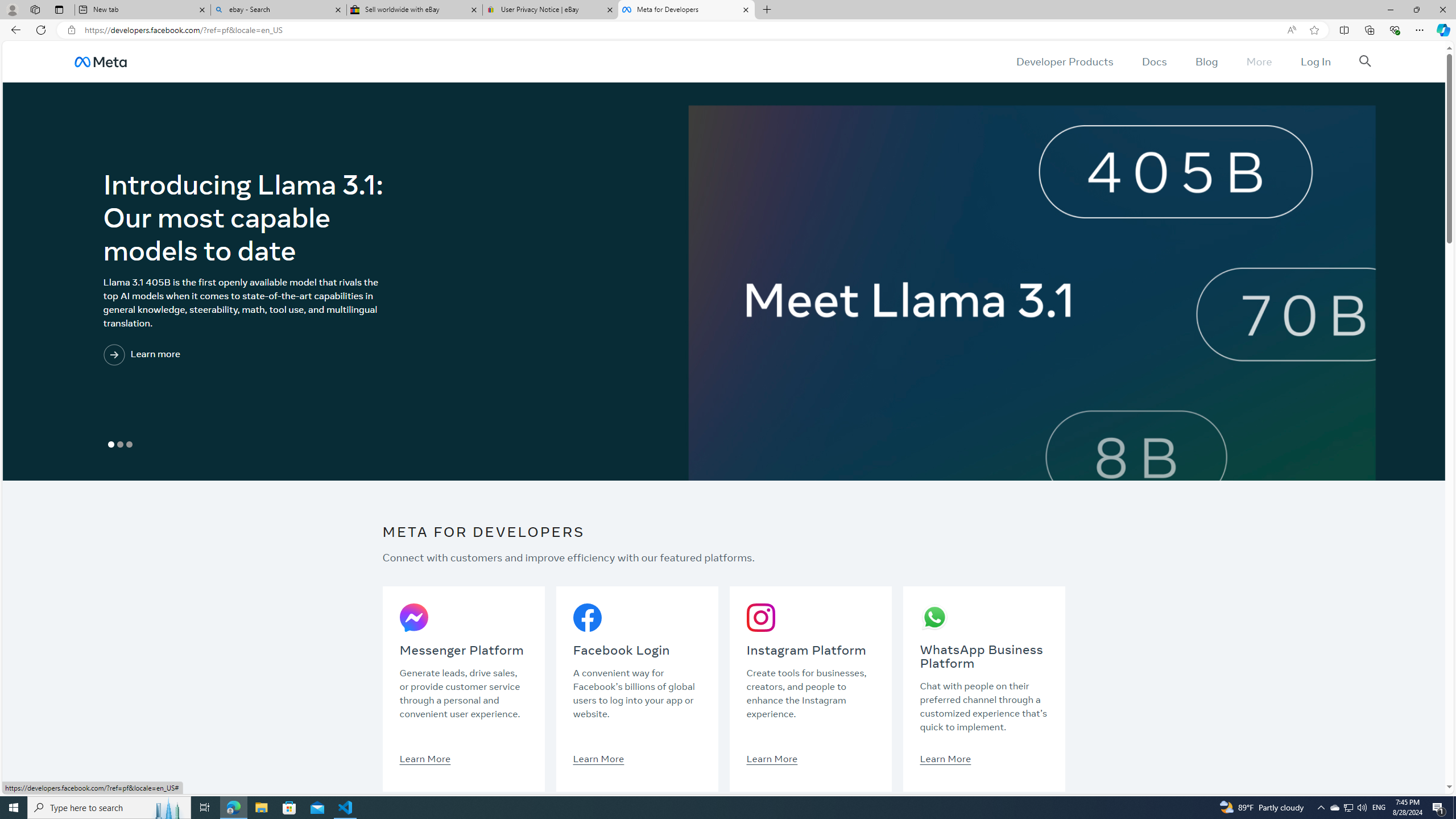 The image size is (1456, 819). What do you see at coordinates (1205, 61) in the screenshot?
I see `'Blog'` at bounding box center [1205, 61].